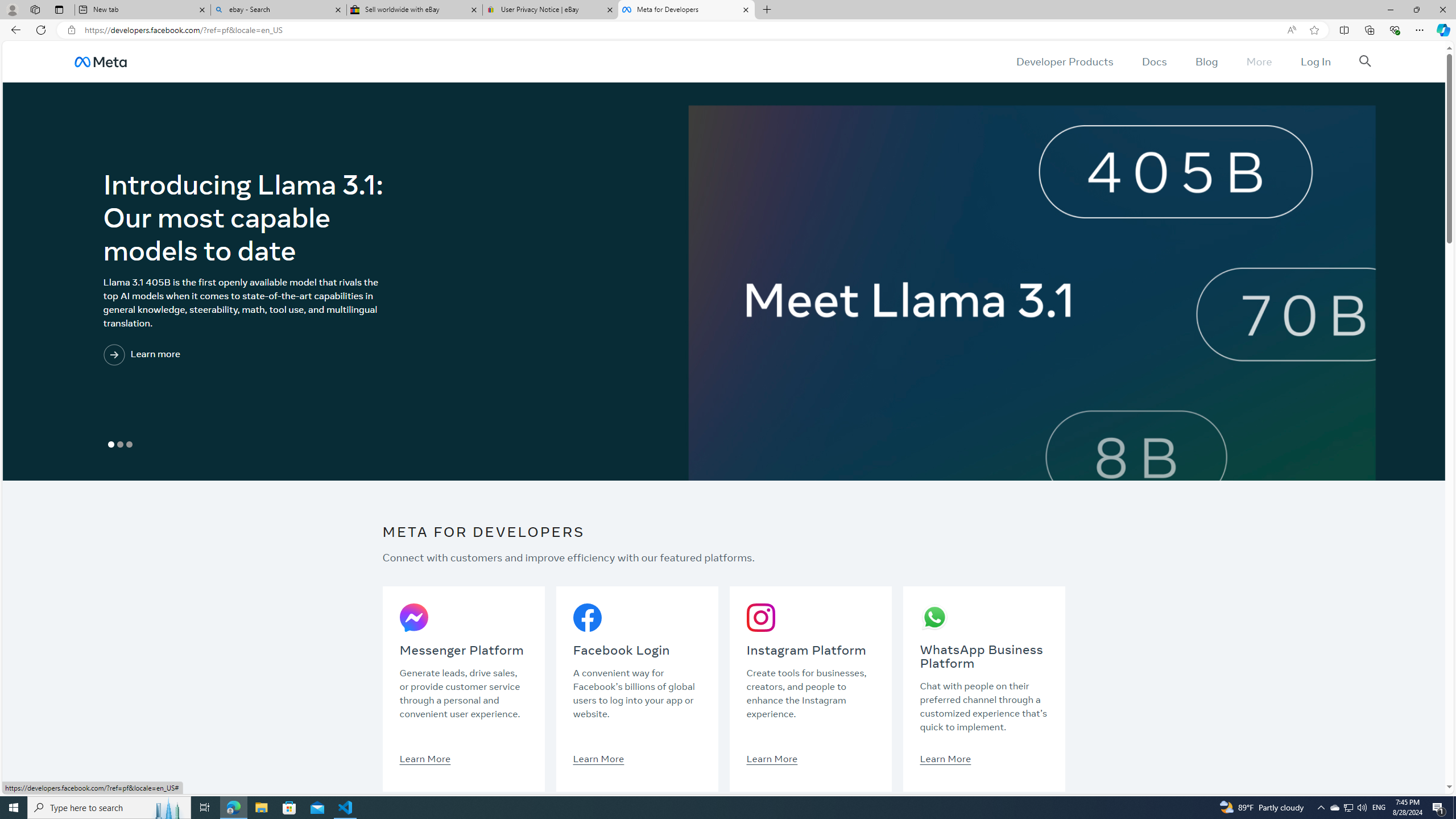 The image size is (1456, 819). What do you see at coordinates (1205, 61) in the screenshot?
I see `'Blog'` at bounding box center [1205, 61].